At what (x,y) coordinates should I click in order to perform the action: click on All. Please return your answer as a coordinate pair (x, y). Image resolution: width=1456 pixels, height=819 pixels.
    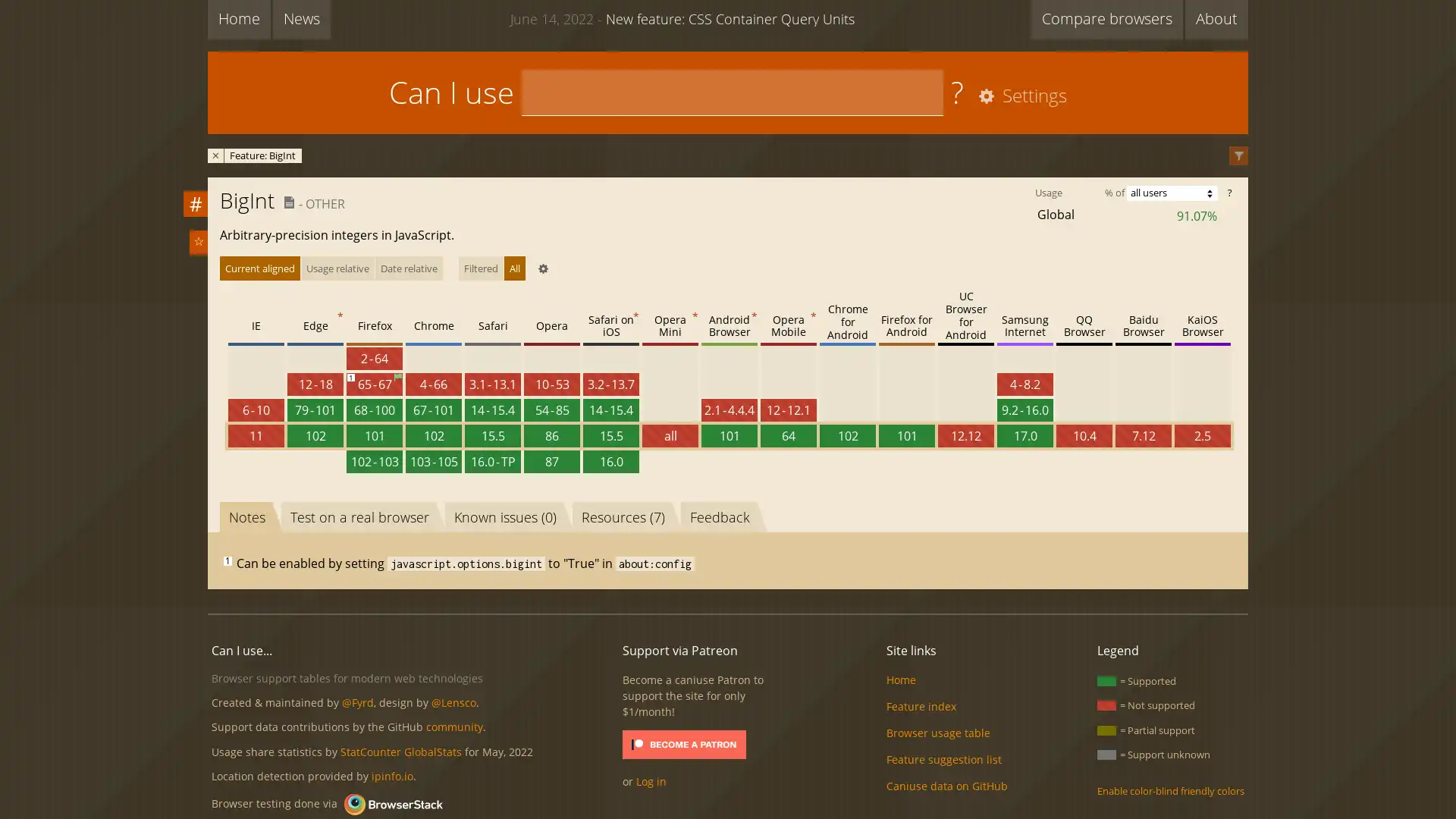
    Looking at the image, I should click on (514, 268).